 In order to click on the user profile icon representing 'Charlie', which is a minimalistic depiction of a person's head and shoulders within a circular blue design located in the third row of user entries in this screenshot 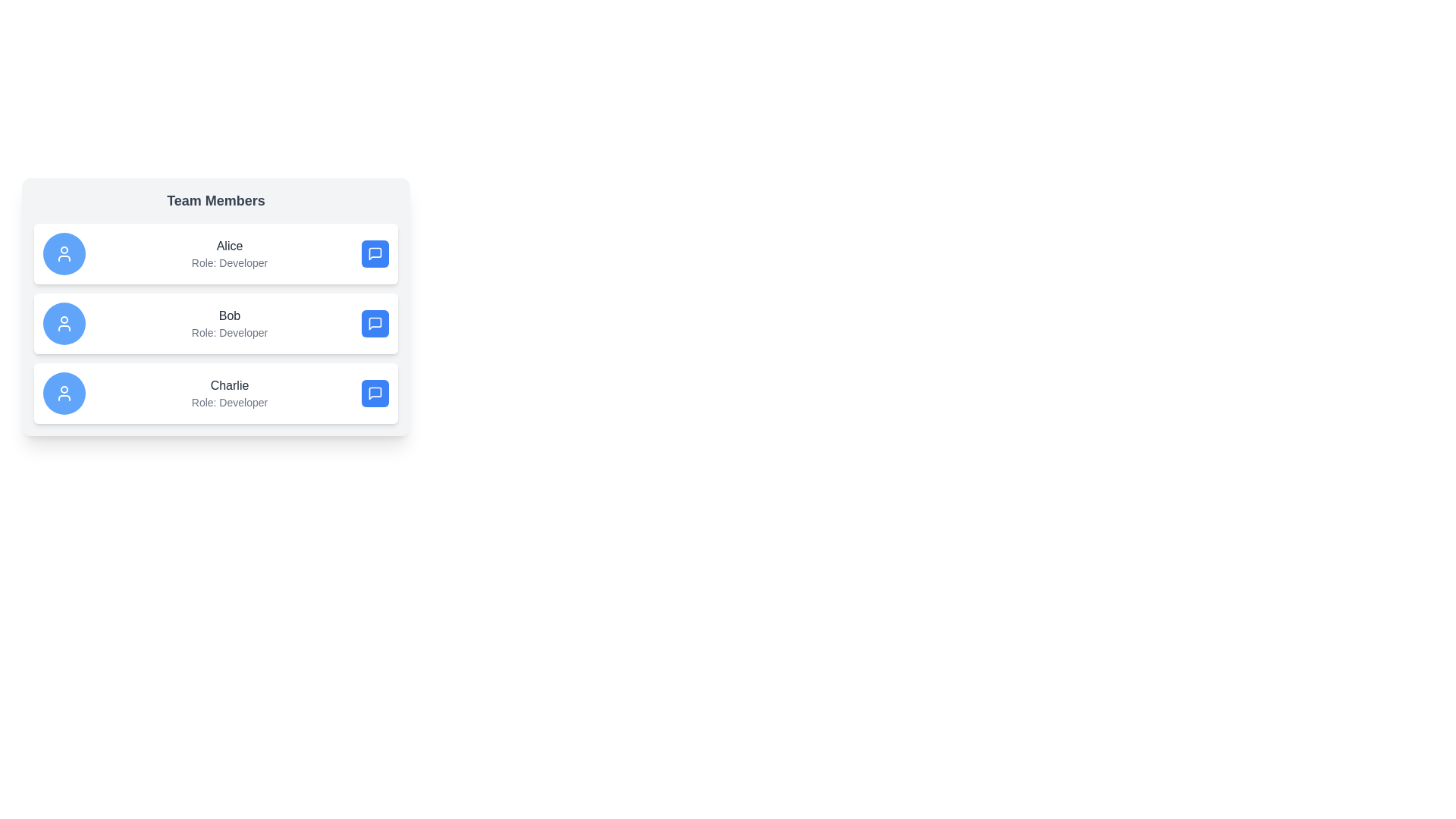, I will do `click(64, 393)`.